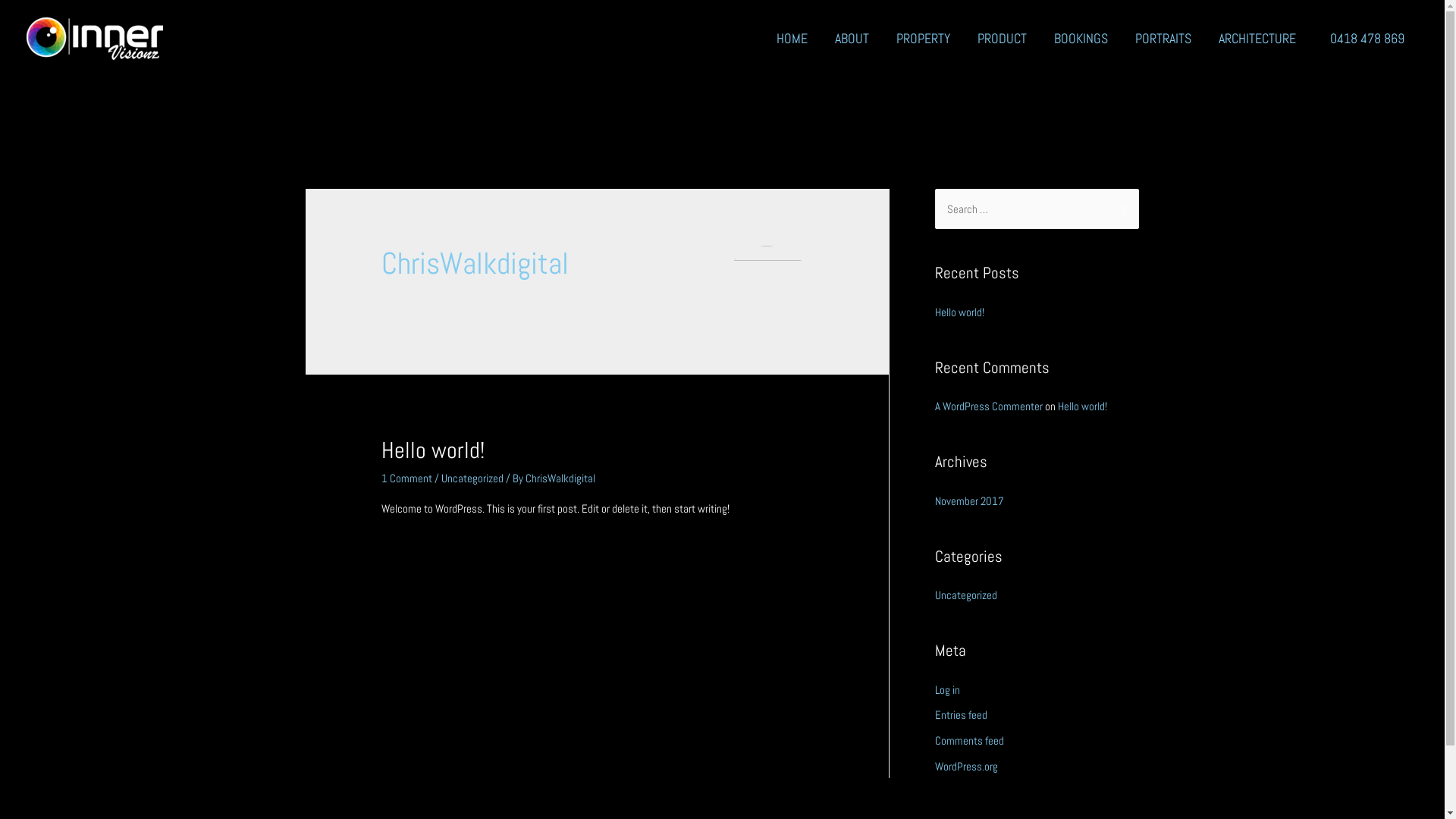 This screenshot has height=819, width=1456. What do you see at coordinates (922, 37) in the screenshot?
I see `'PROPERTY'` at bounding box center [922, 37].